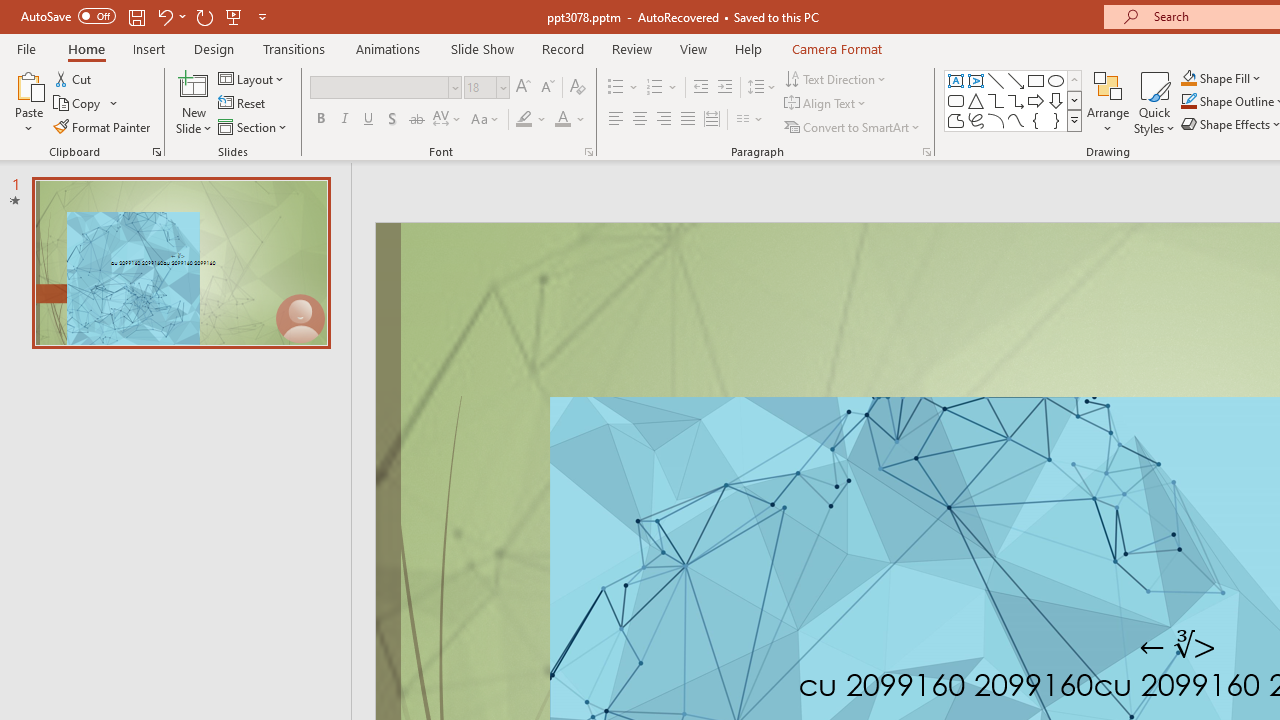 This screenshot has height=720, width=1280. Describe the element at coordinates (1178, 646) in the screenshot. I see `'TextBox 7'` at that location.